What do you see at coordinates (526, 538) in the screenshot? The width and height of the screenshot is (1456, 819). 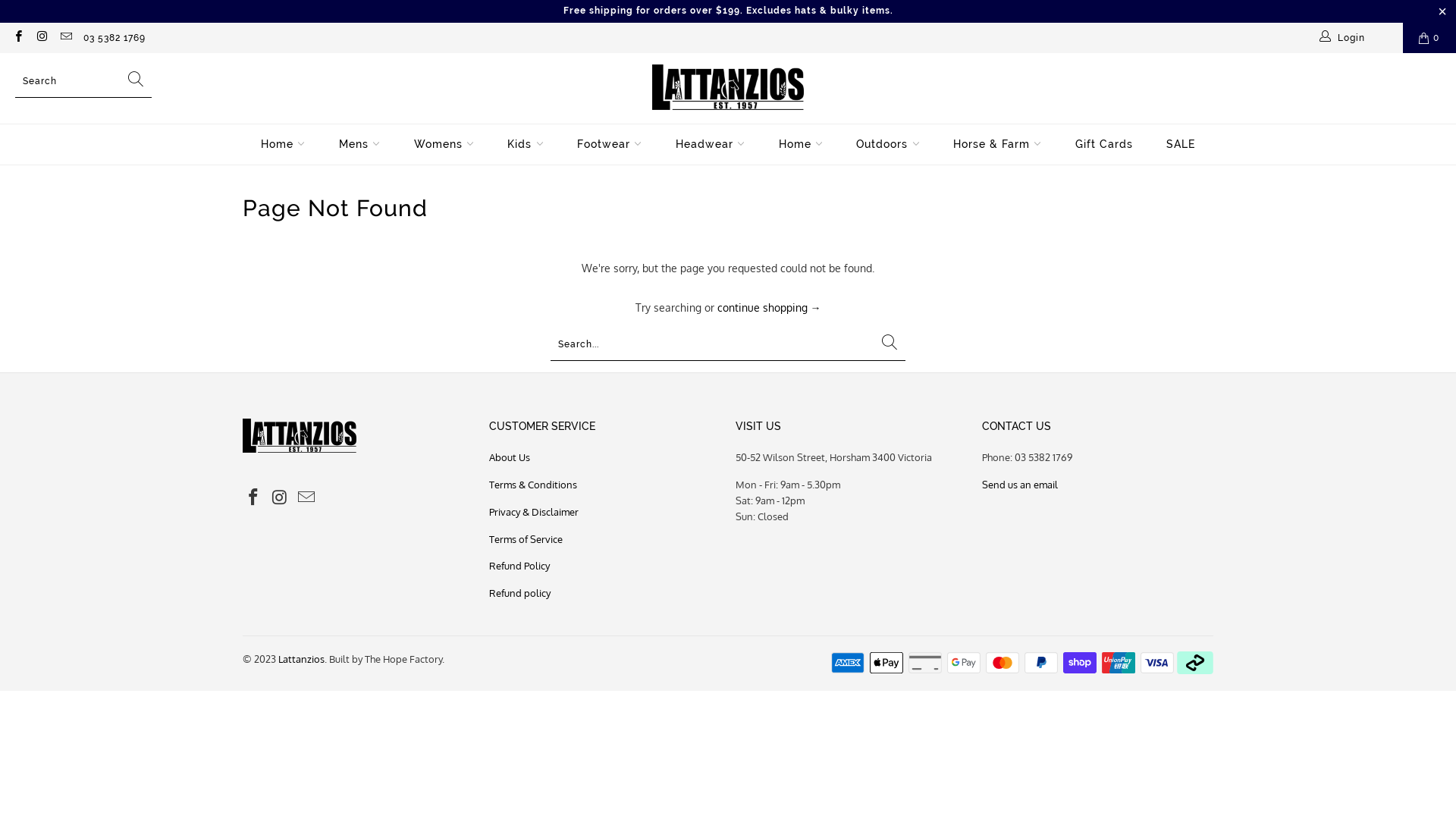 I see `'Terms of Service'` at bounding box center [526, 538].